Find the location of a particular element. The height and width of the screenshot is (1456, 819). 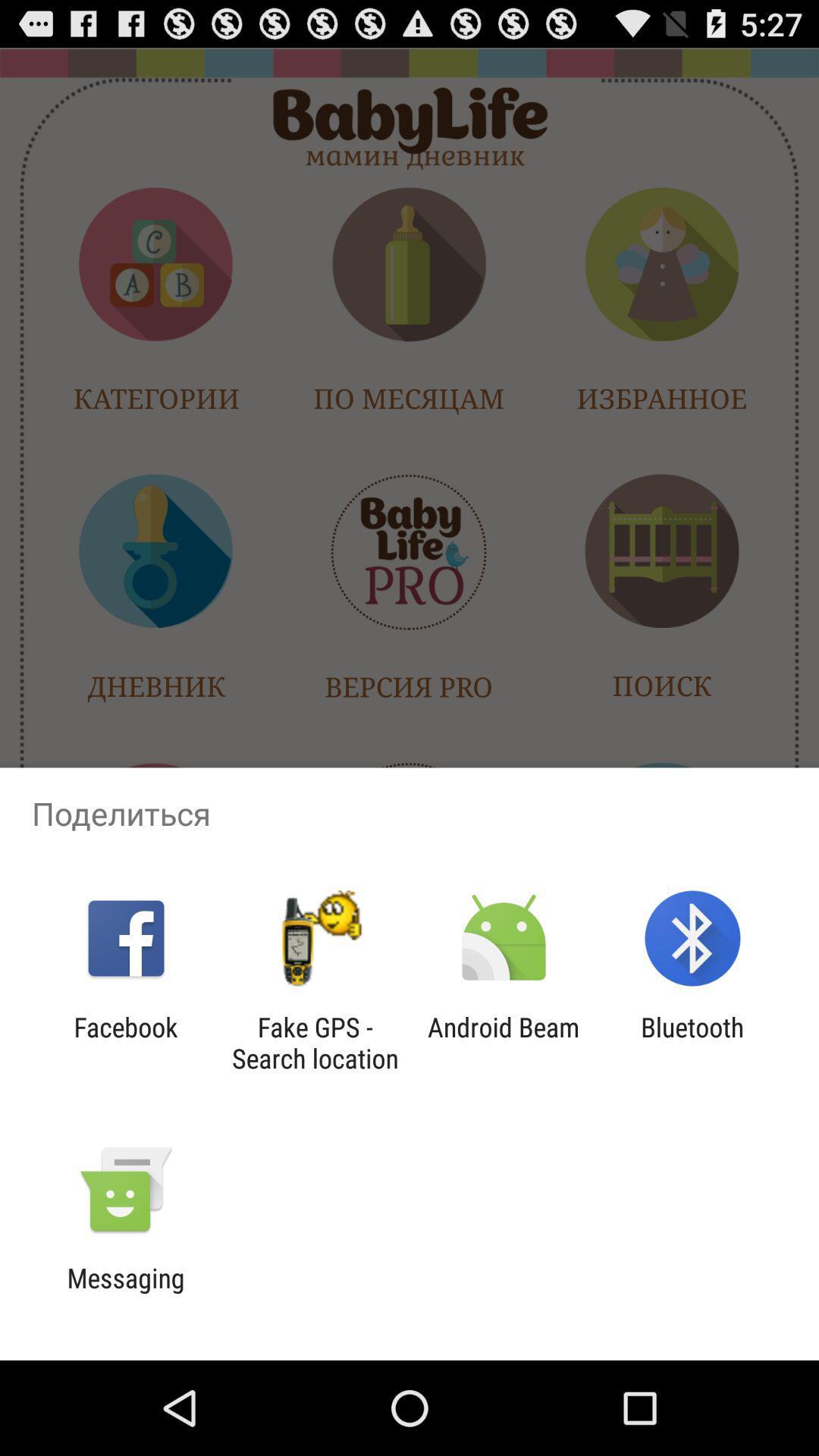

item next to bluetooth item is located at coordinates (504, 1042).